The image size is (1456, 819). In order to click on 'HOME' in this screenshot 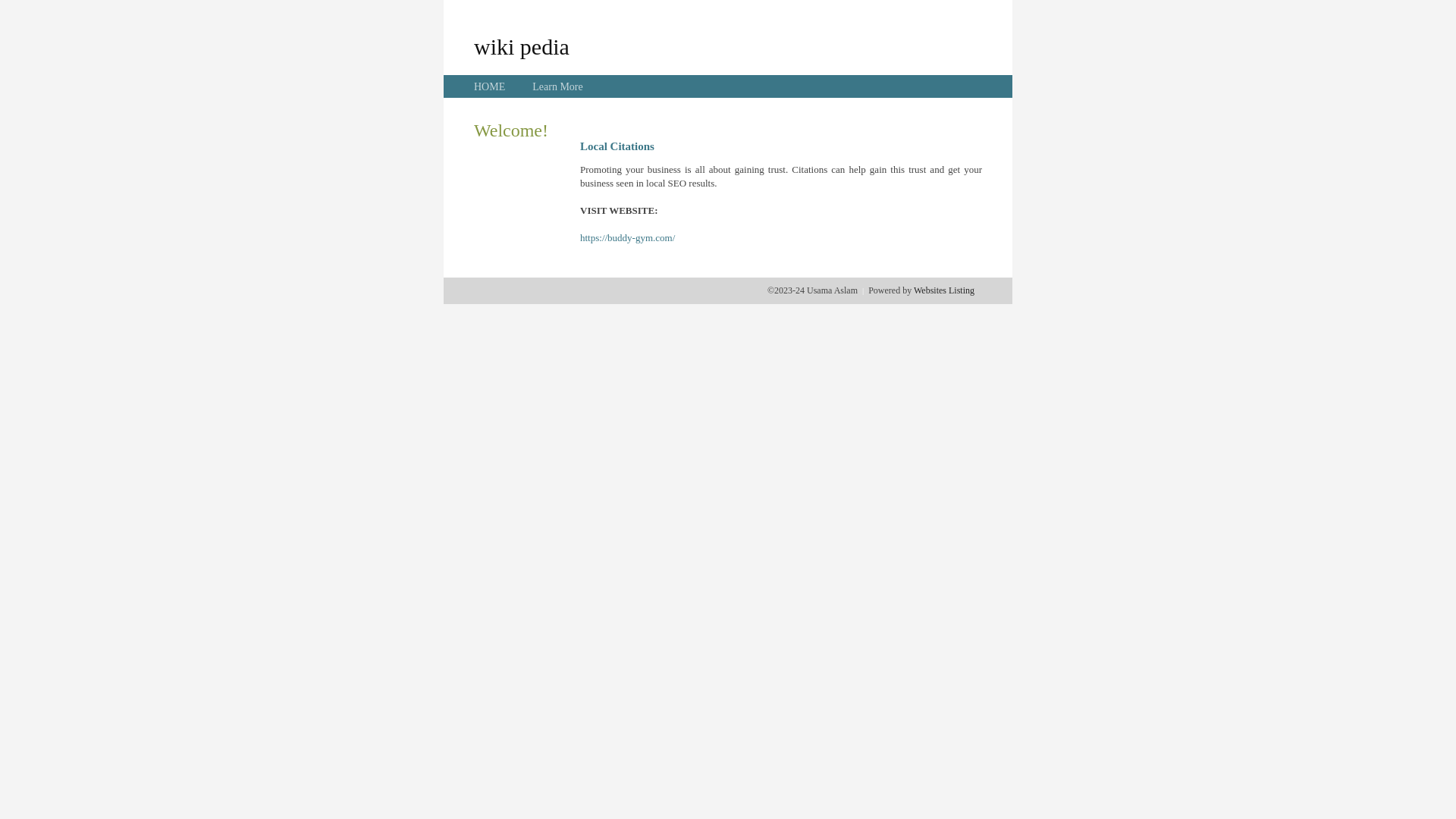, I will do `click(472, 86)`.